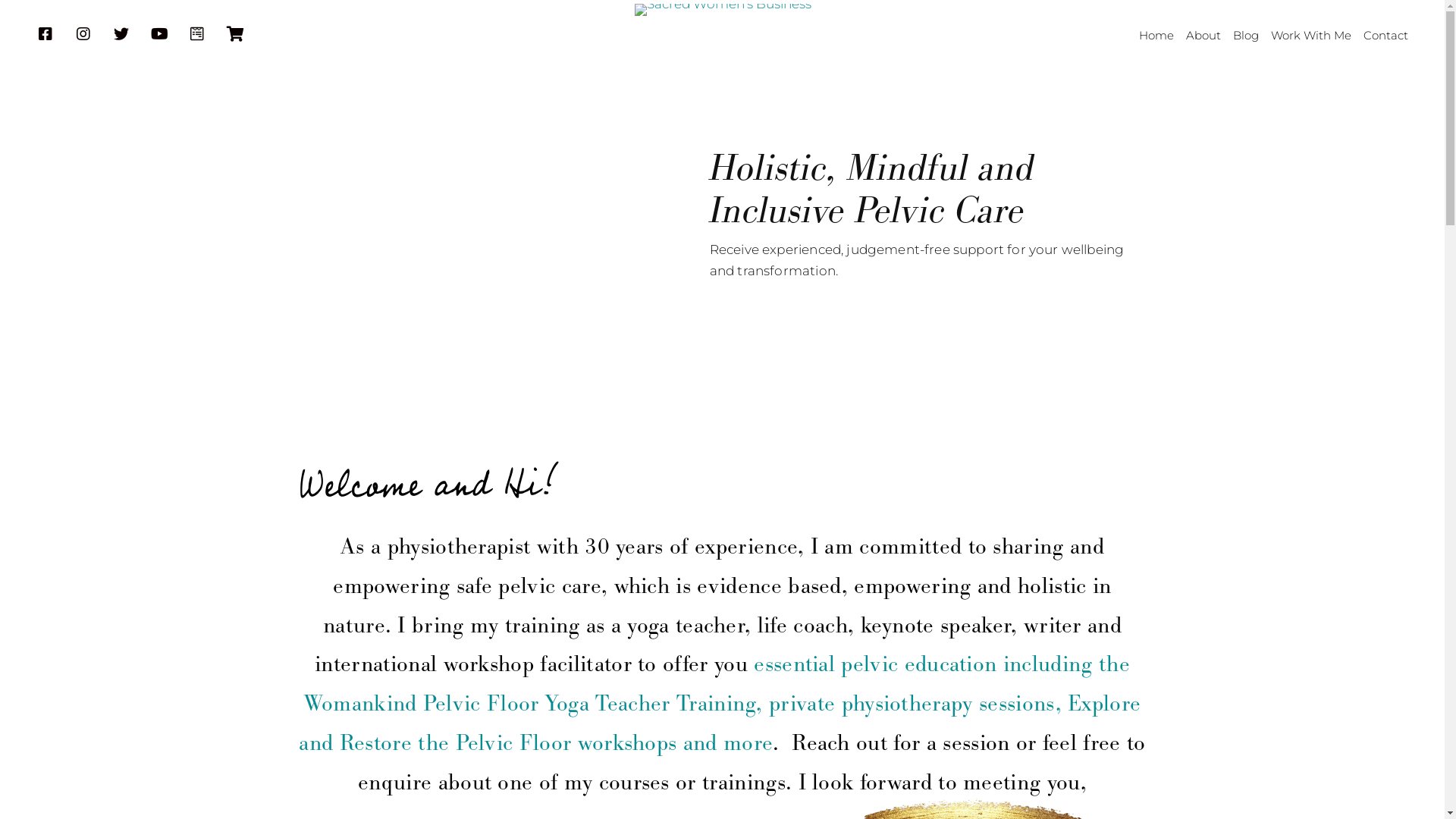  What do you see at coordinates (1310, 35) in the screenshot?
I see `'Work With Me'` at bounding box center [1310, 35].